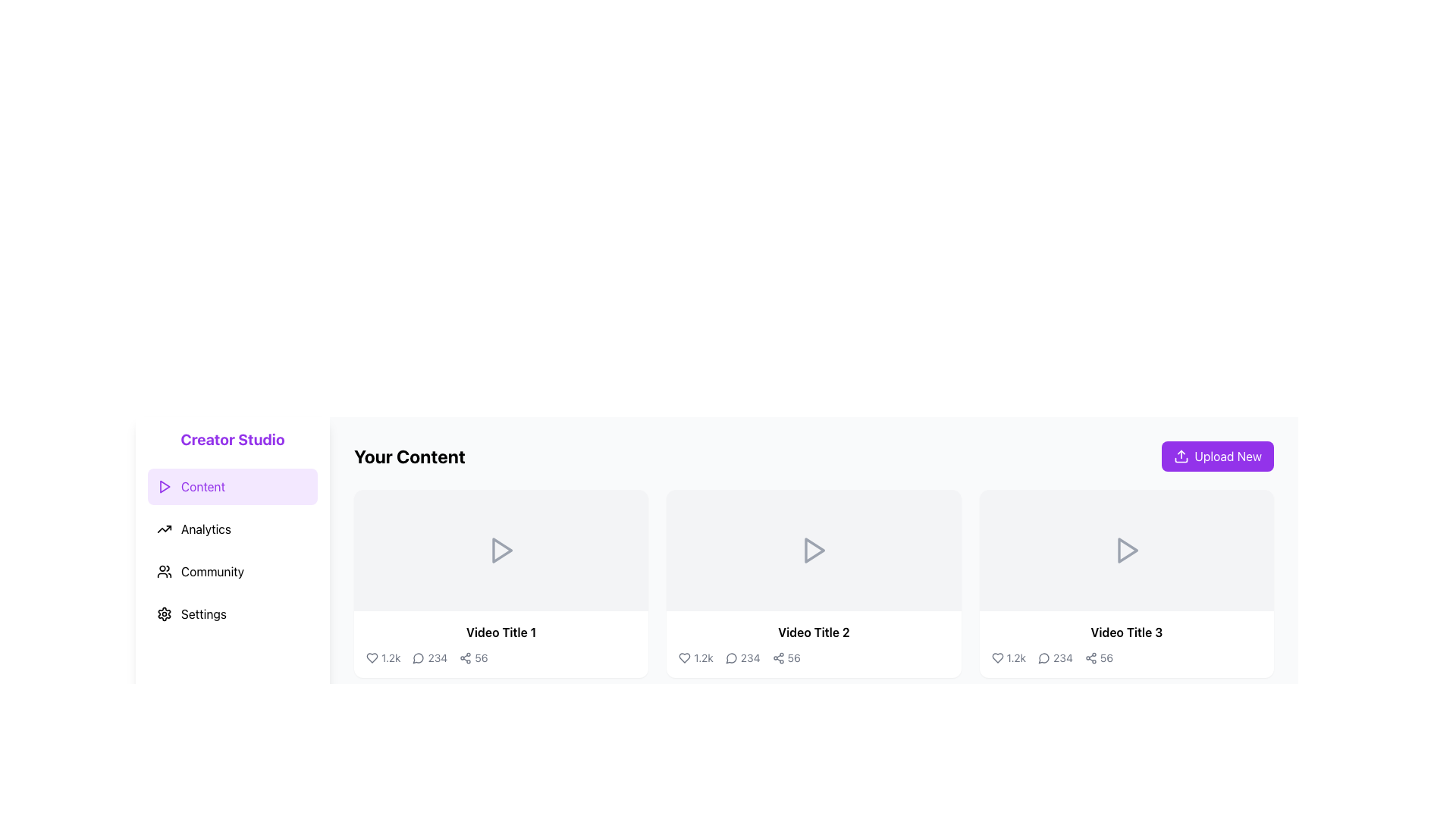 The width and height of the screenshot is (1456, 819). I want to click on the 'Analytics' button located below the 'Content' button and above the 'Community' button in the vertical navigation list, so click(232, 529).